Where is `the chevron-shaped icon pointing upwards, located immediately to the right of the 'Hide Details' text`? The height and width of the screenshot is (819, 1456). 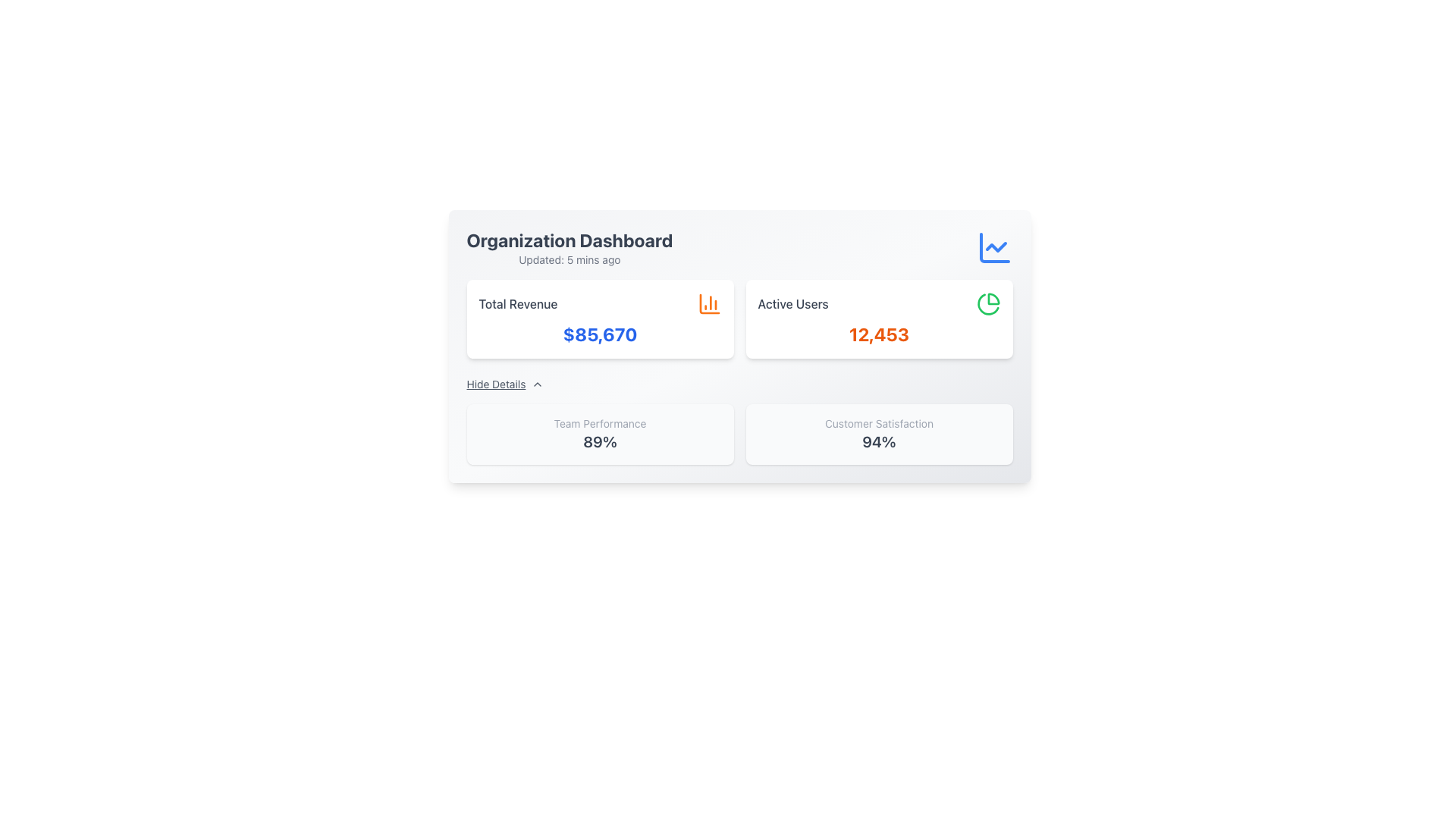
the chevron-shaped icon pointing upwards, located immediately to the right of the 'Hide Details' text is located at coordinates (538, 383).